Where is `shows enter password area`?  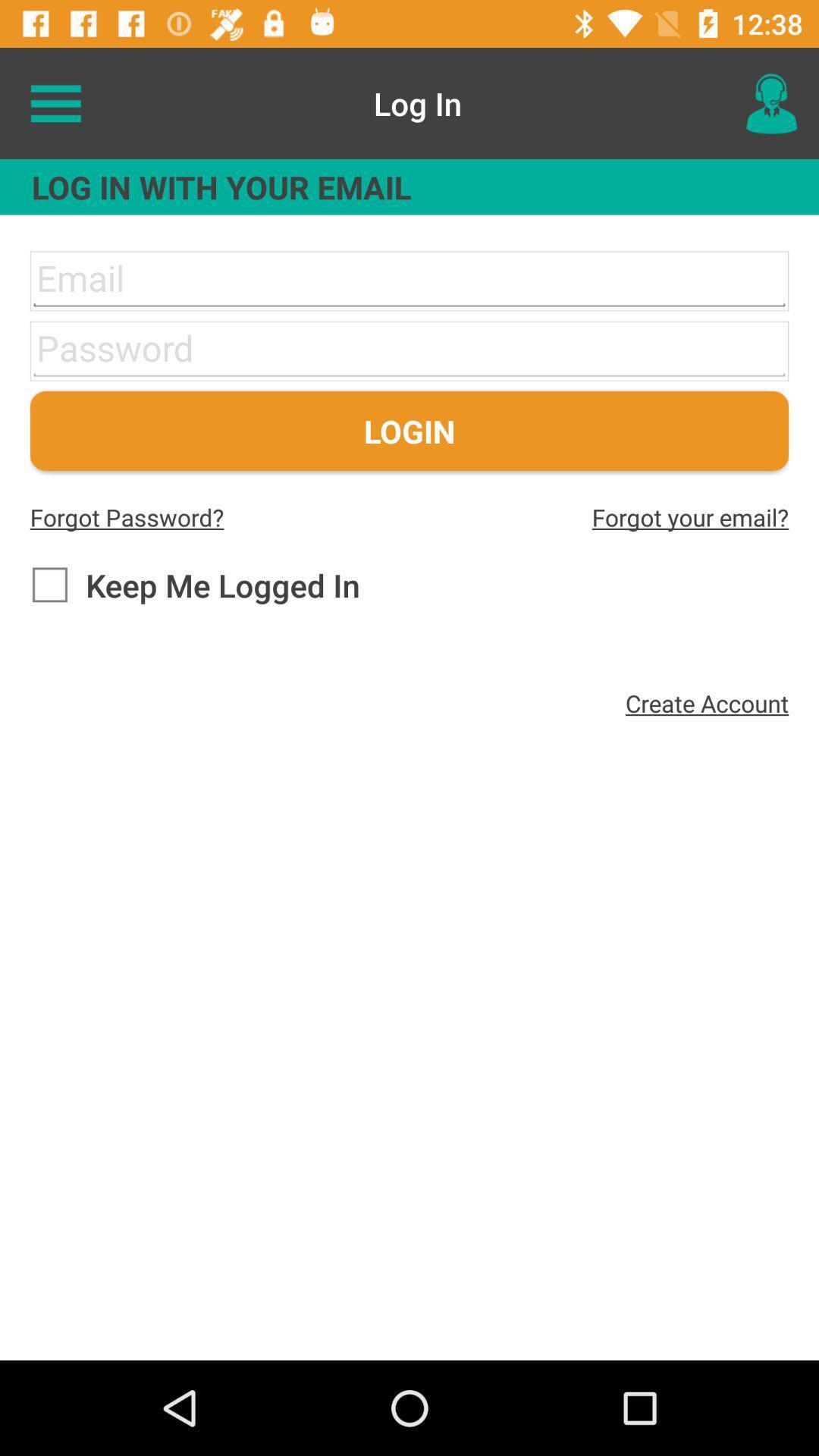 shows enter password area is located at coordinates (409, 350).